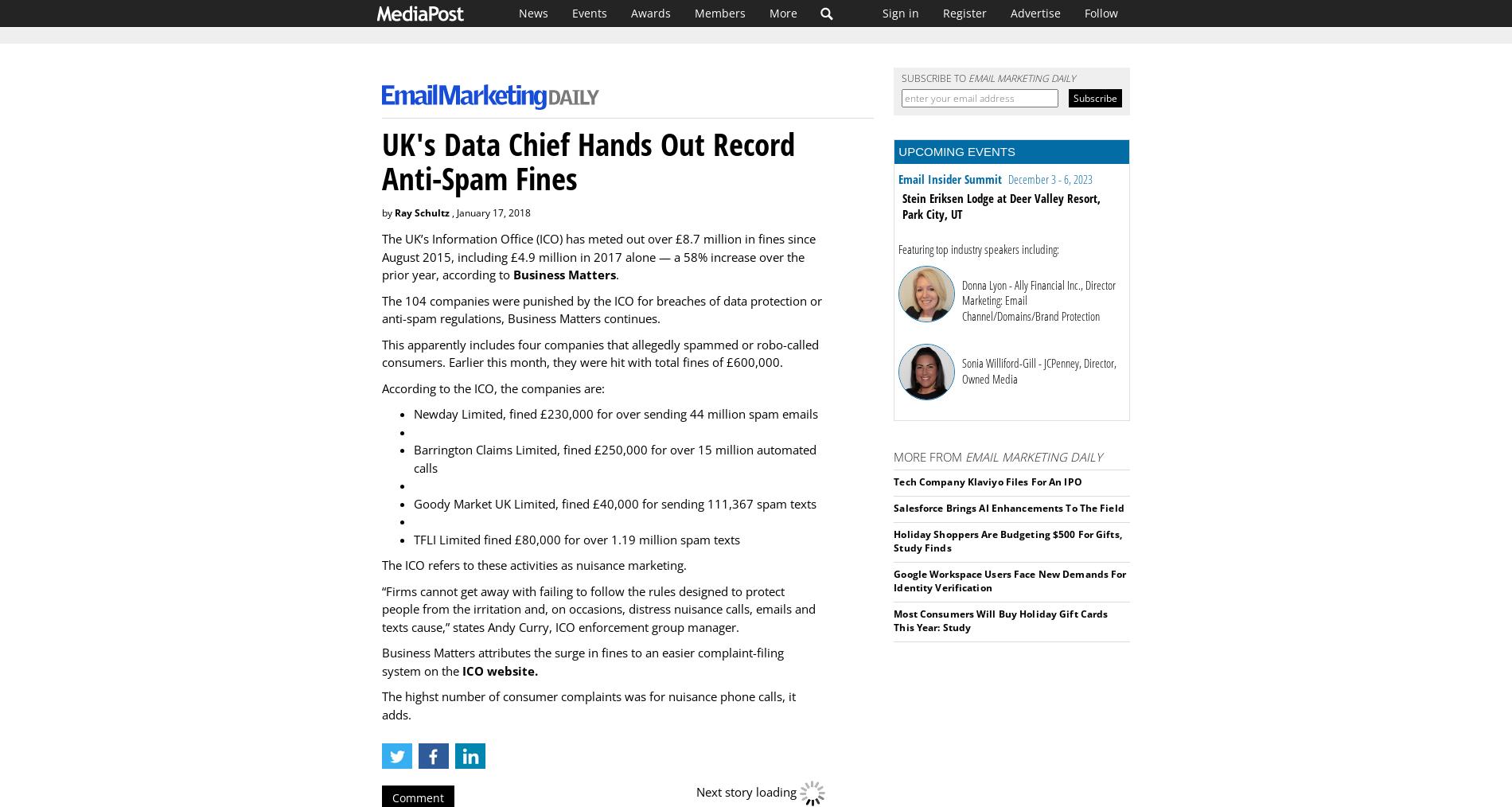  I want to click on 'Sign in', so click(901, 12).